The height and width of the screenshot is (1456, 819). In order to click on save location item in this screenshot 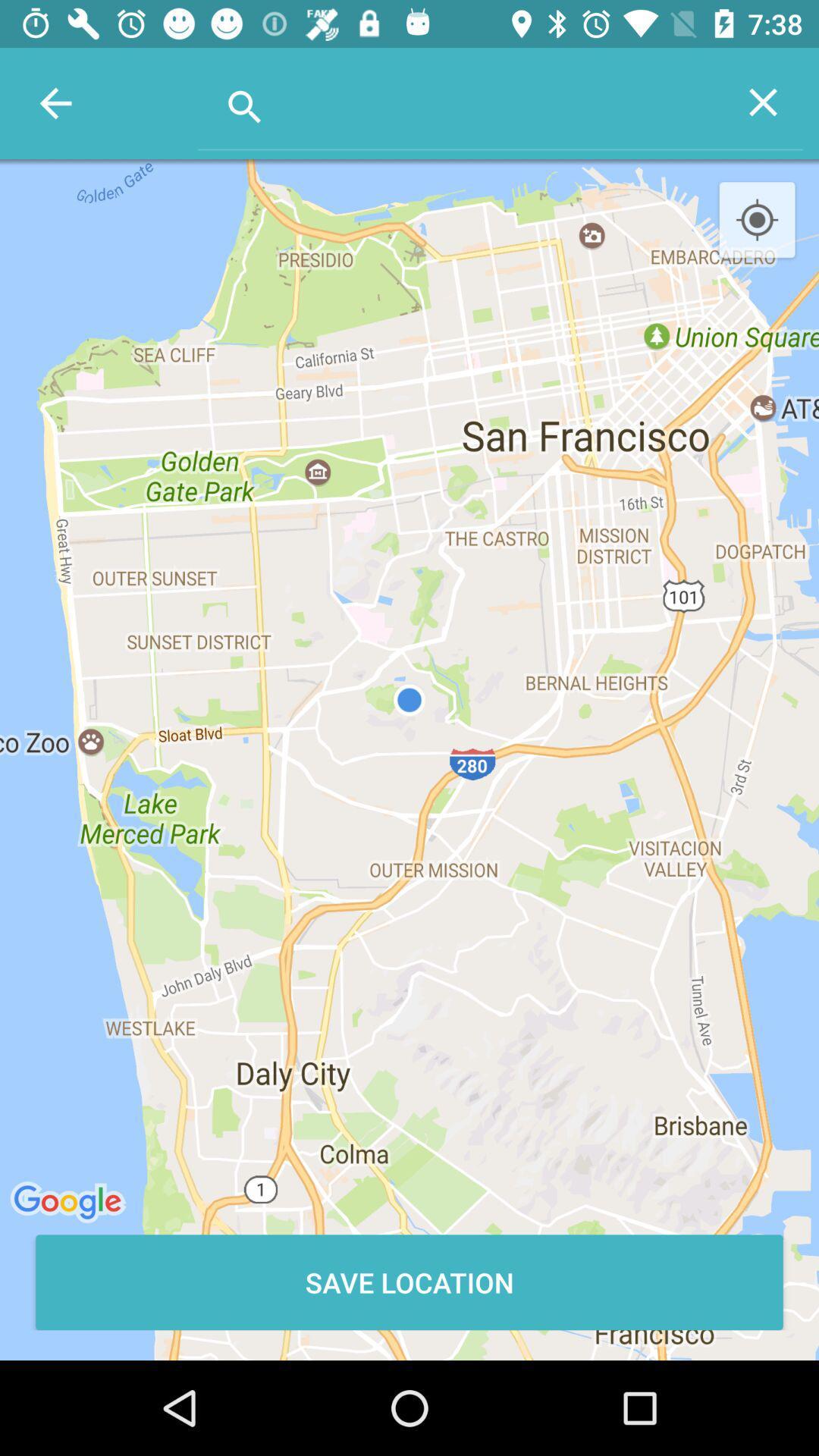, I will do `click(409, 1282)`.